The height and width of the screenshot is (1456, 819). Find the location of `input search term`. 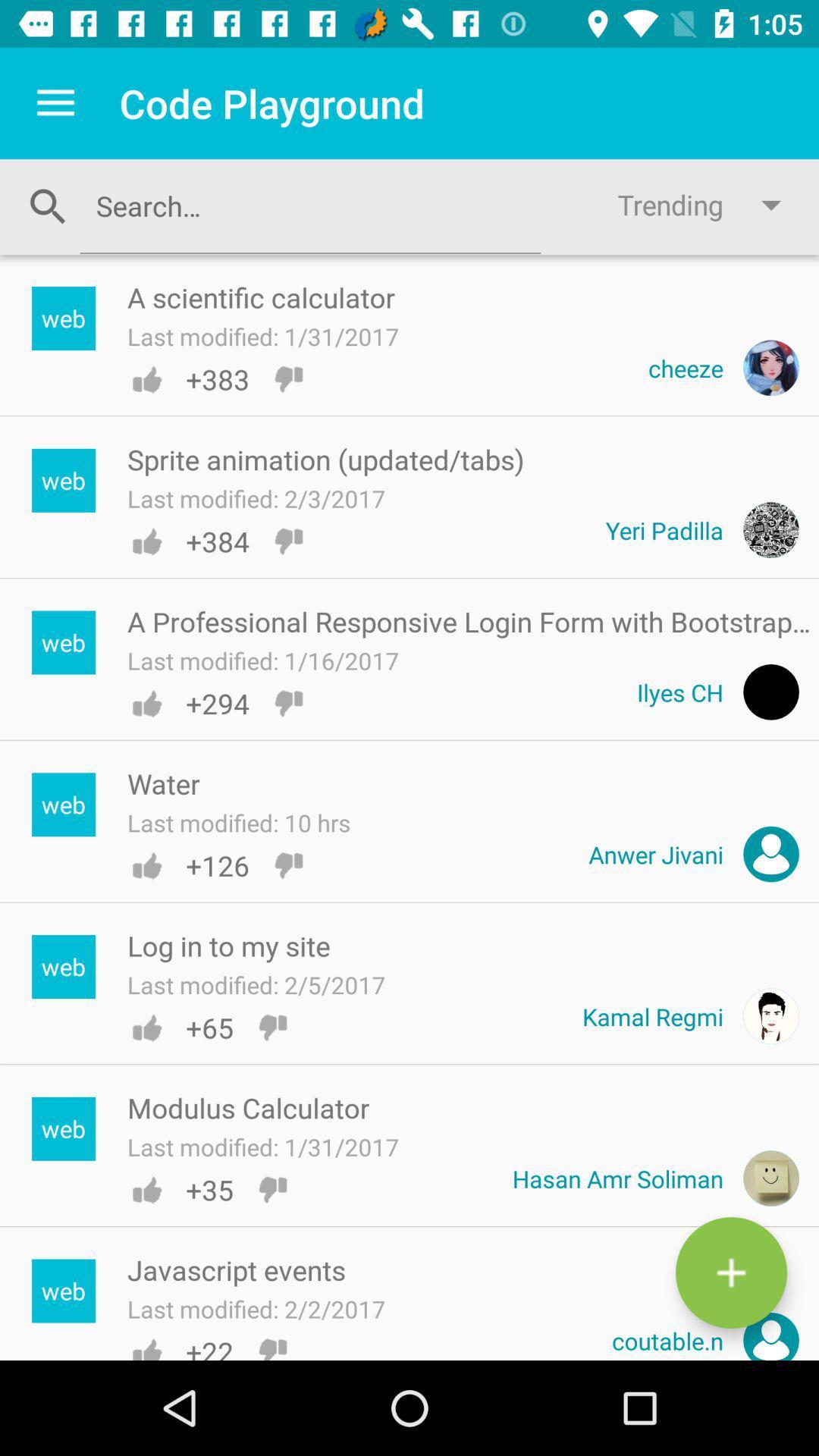

input search term is located at coordinates (309, 205).